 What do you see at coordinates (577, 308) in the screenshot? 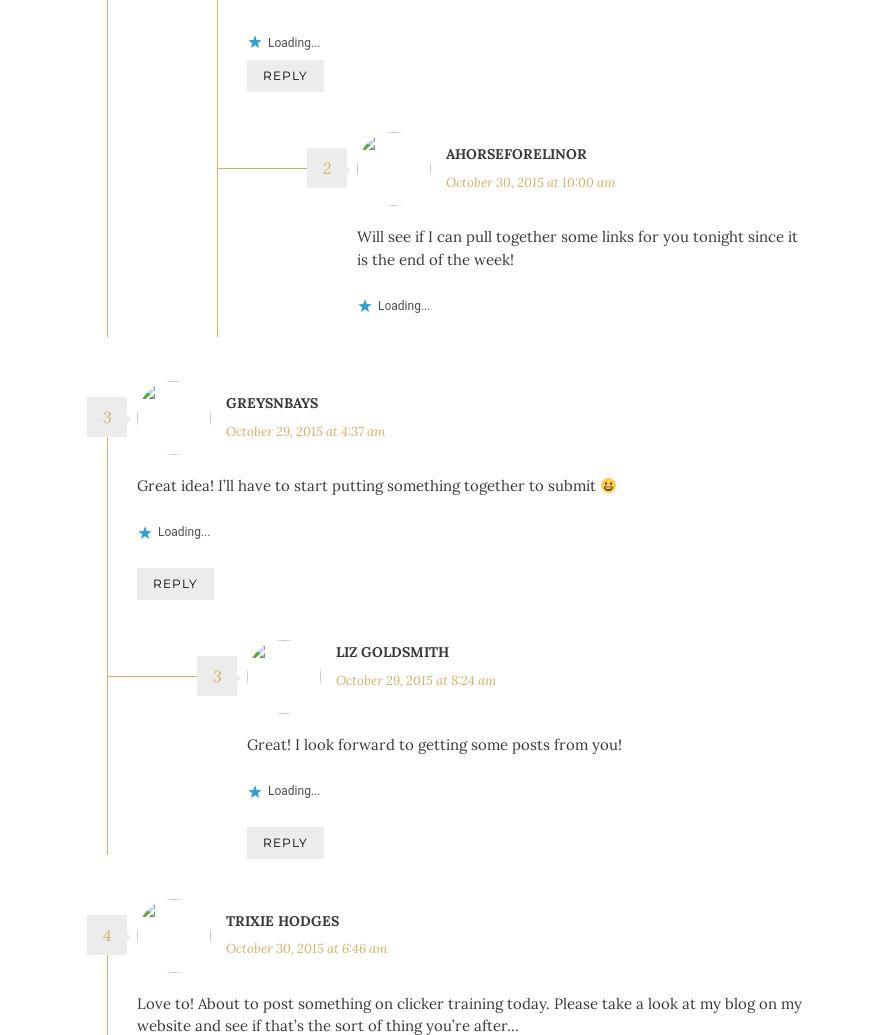
I see `'Will see if I can pull together some links for you tonight since it is the end of the week!'` at bounding box center [577, 308].